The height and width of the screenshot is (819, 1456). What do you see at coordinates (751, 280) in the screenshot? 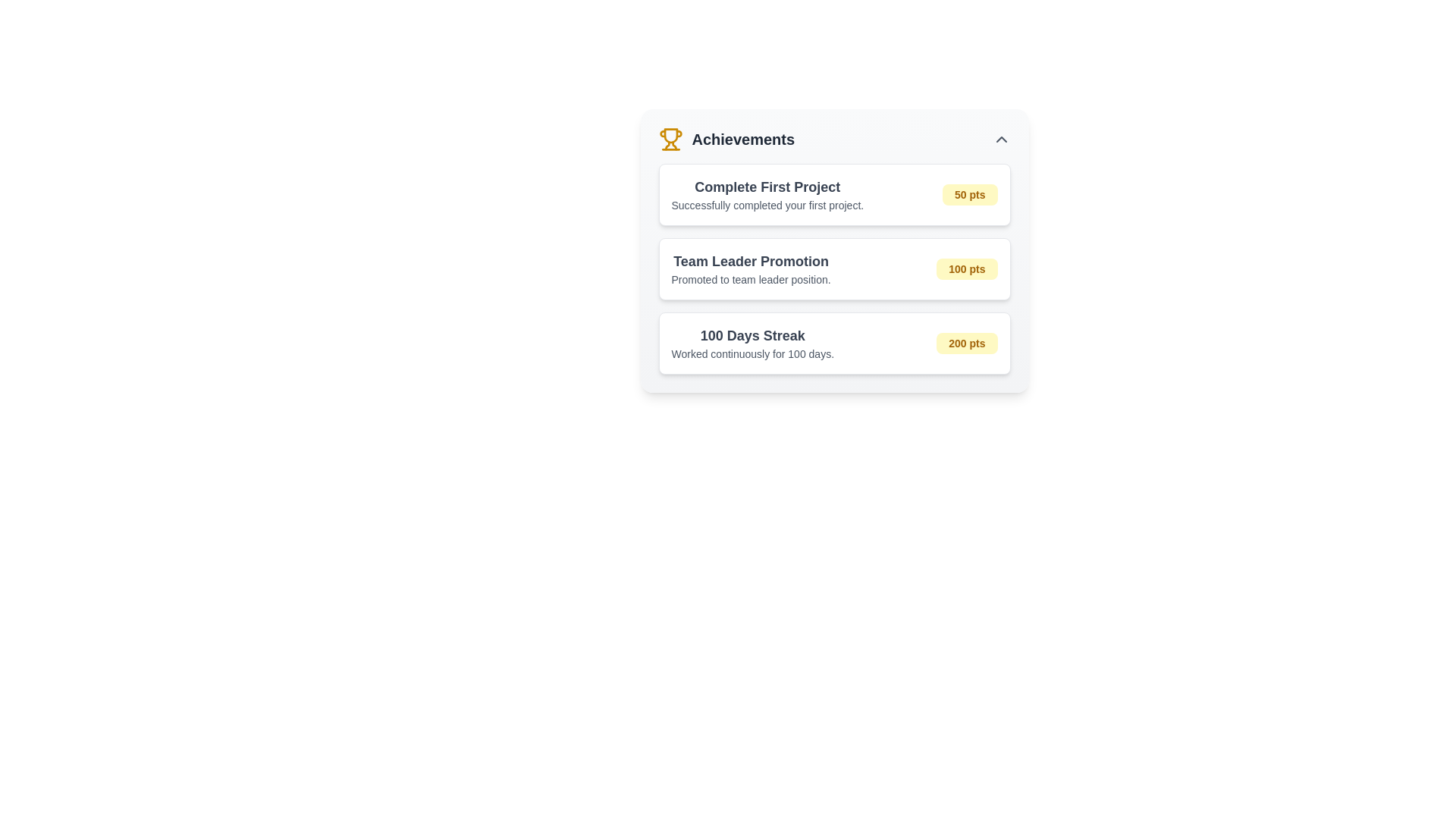
I see `text from the text label displaying 'Promoted to team leader position.' located directly below the title 'Team Leader Promotion' in the achievement description section` at bounding box center [751, 280].